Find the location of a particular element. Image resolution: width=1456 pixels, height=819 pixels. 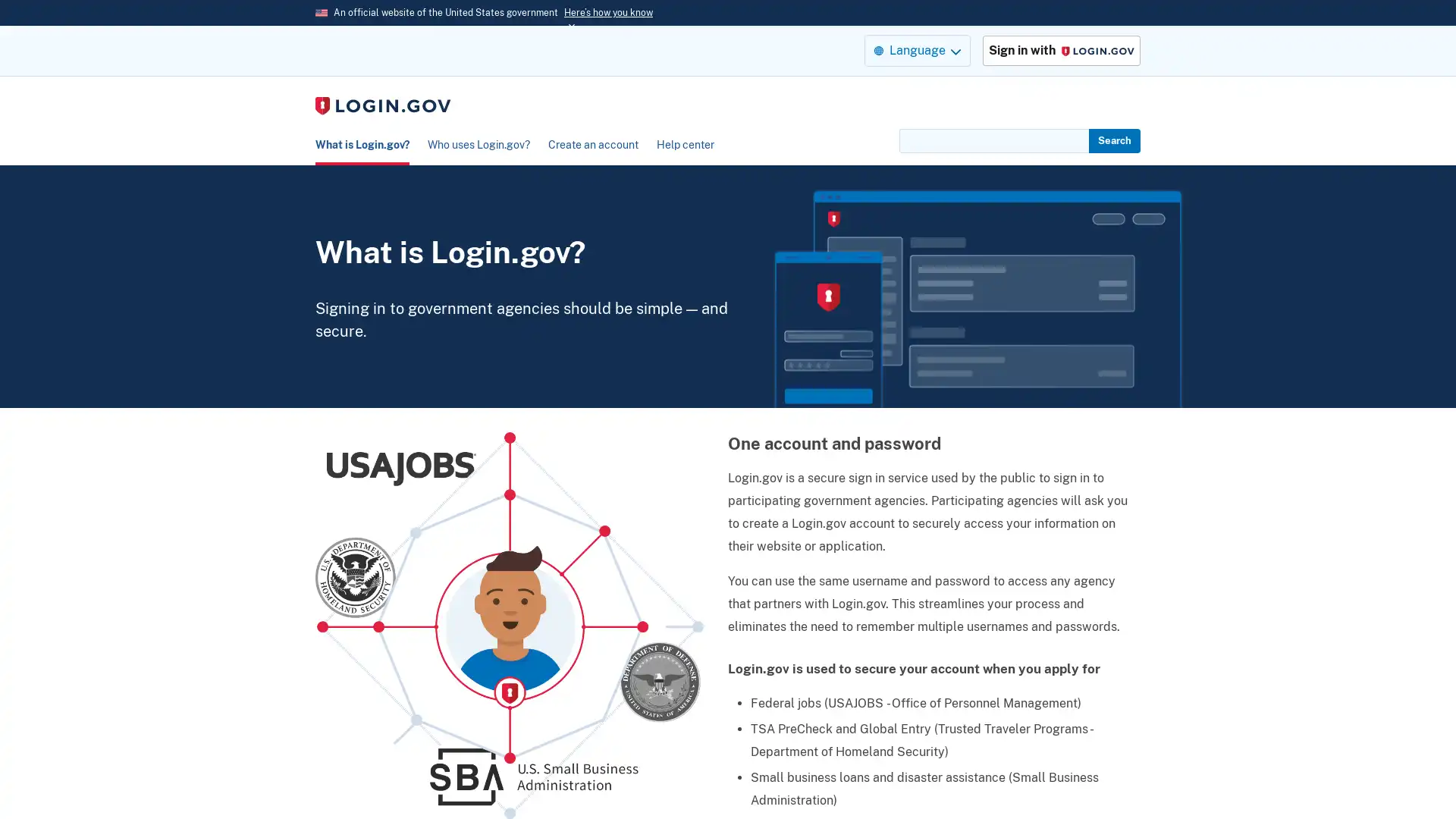

Language is located at coordinates (916, 49).